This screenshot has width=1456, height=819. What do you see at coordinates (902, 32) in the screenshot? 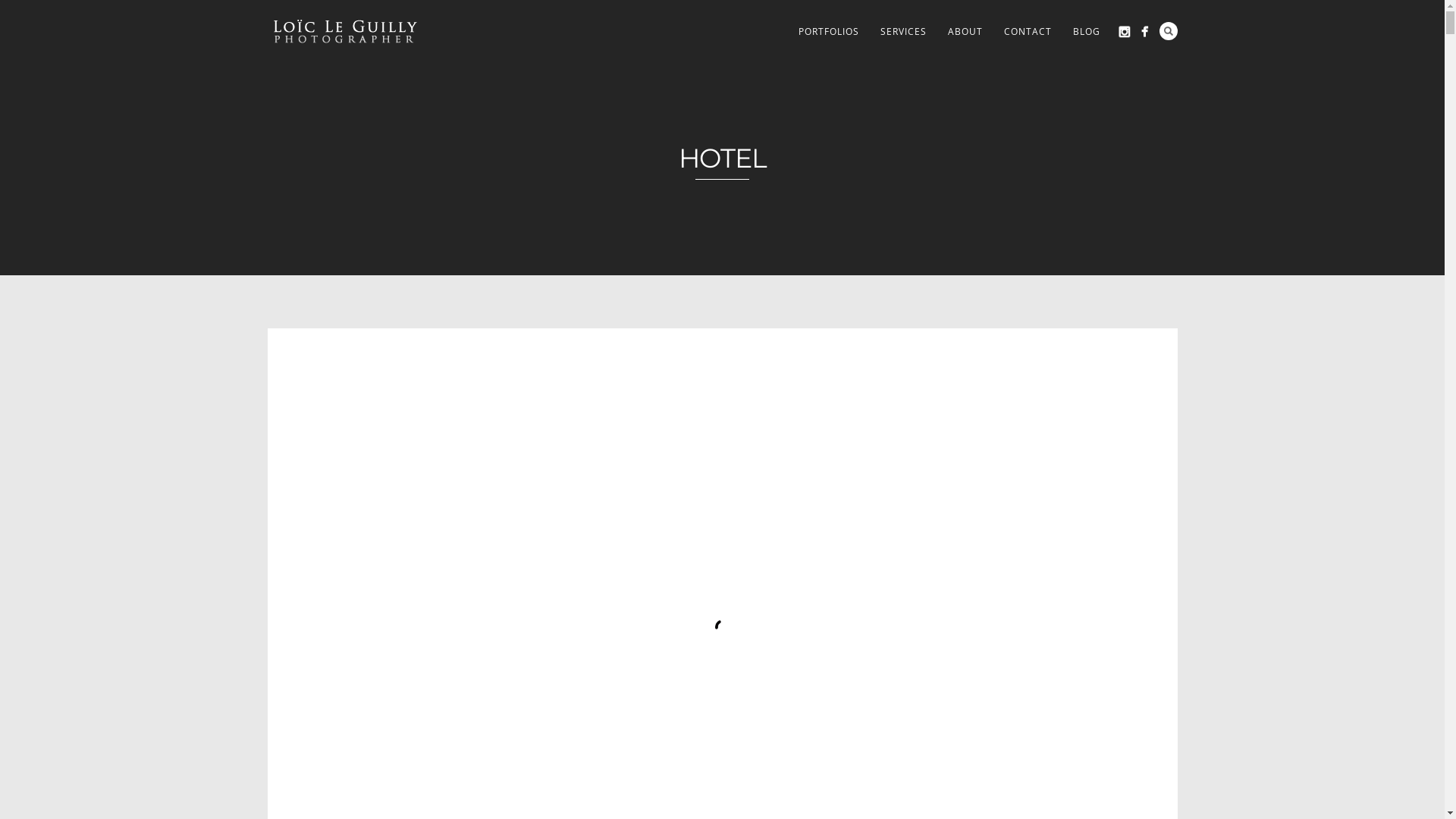
I see `'SERVICES'` at bounding box center [902, 32].